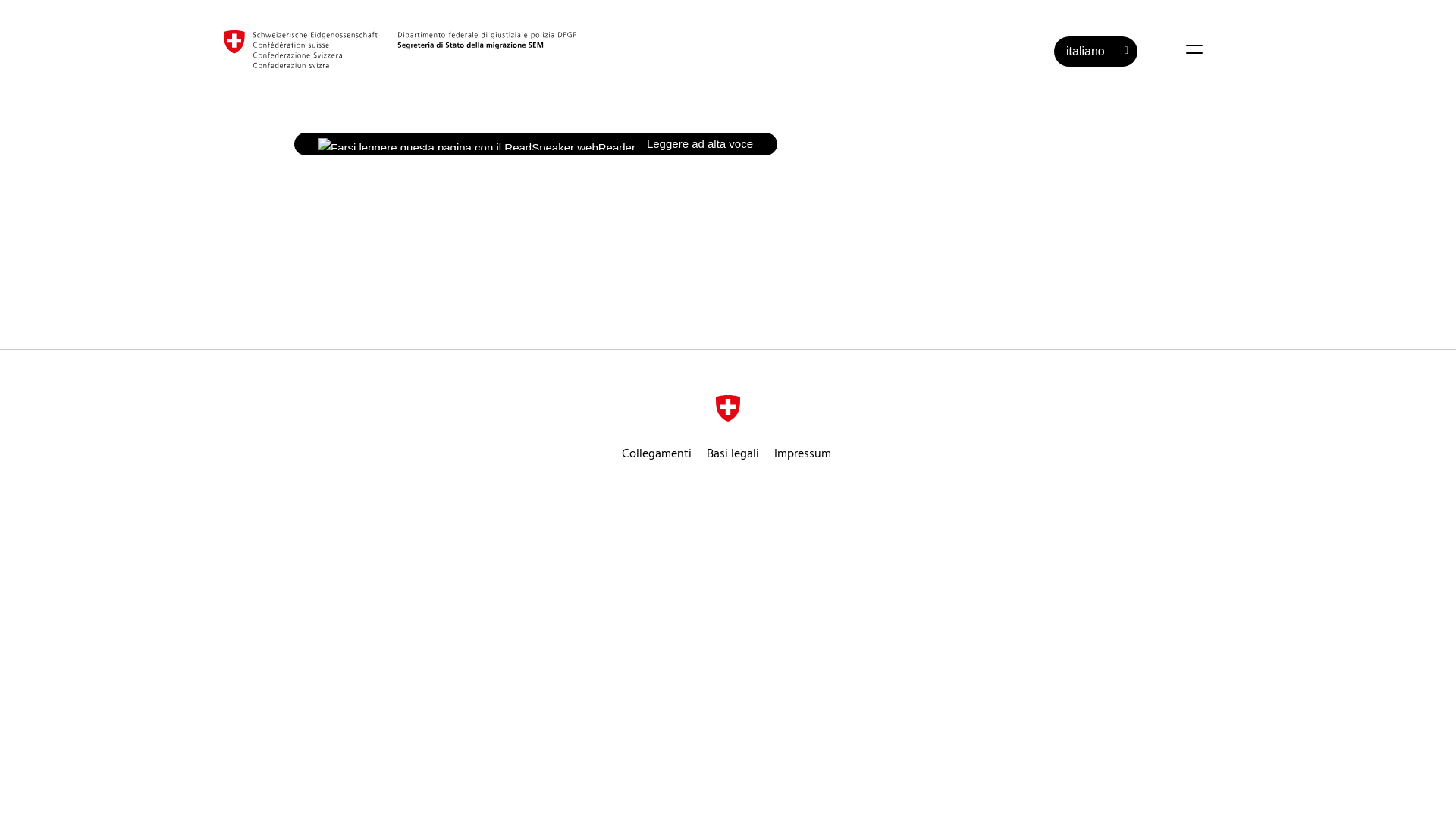 The width and height of the screenshot is (1456, 819). What do you see at coordinates (656, 453) in the screenshot?
I see `'Collegamenti'` at bounding box center [656, 453].